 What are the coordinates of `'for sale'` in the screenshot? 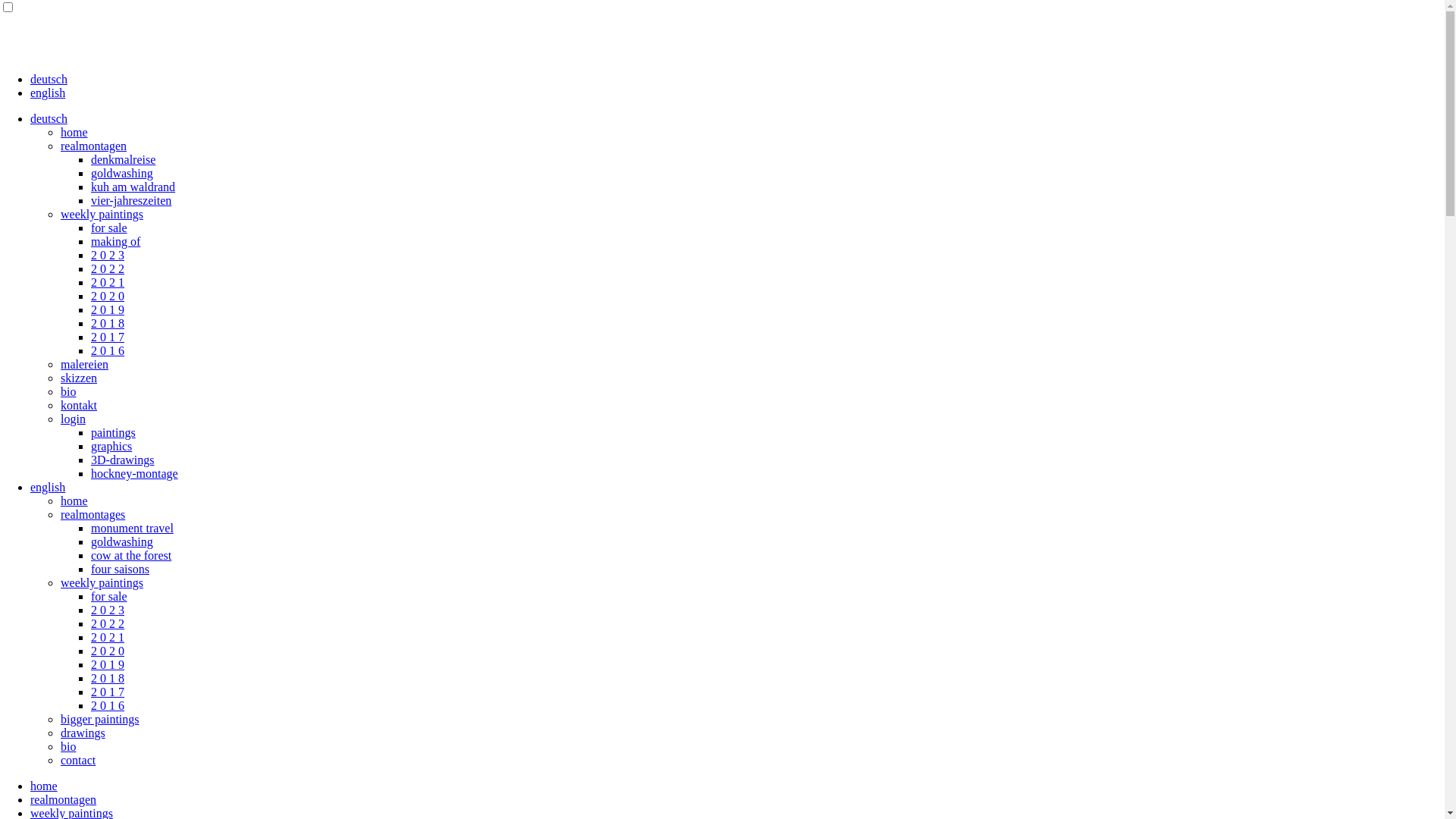 It's located at (90, 227).